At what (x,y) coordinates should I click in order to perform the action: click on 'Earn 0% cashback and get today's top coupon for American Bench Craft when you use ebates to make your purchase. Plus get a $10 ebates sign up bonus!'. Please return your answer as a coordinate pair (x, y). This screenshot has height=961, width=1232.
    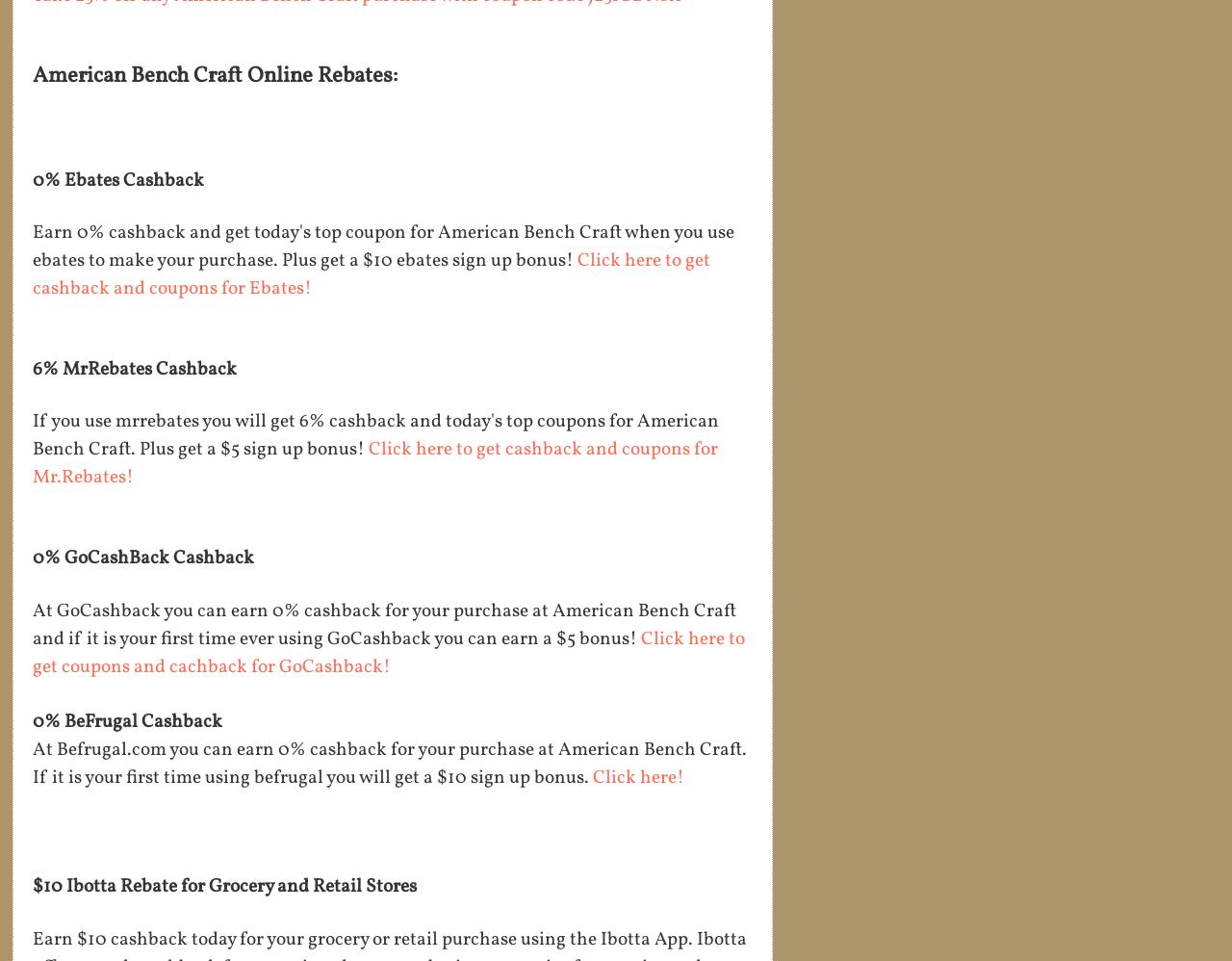
    Looking at the image, I should click on (33, 246).